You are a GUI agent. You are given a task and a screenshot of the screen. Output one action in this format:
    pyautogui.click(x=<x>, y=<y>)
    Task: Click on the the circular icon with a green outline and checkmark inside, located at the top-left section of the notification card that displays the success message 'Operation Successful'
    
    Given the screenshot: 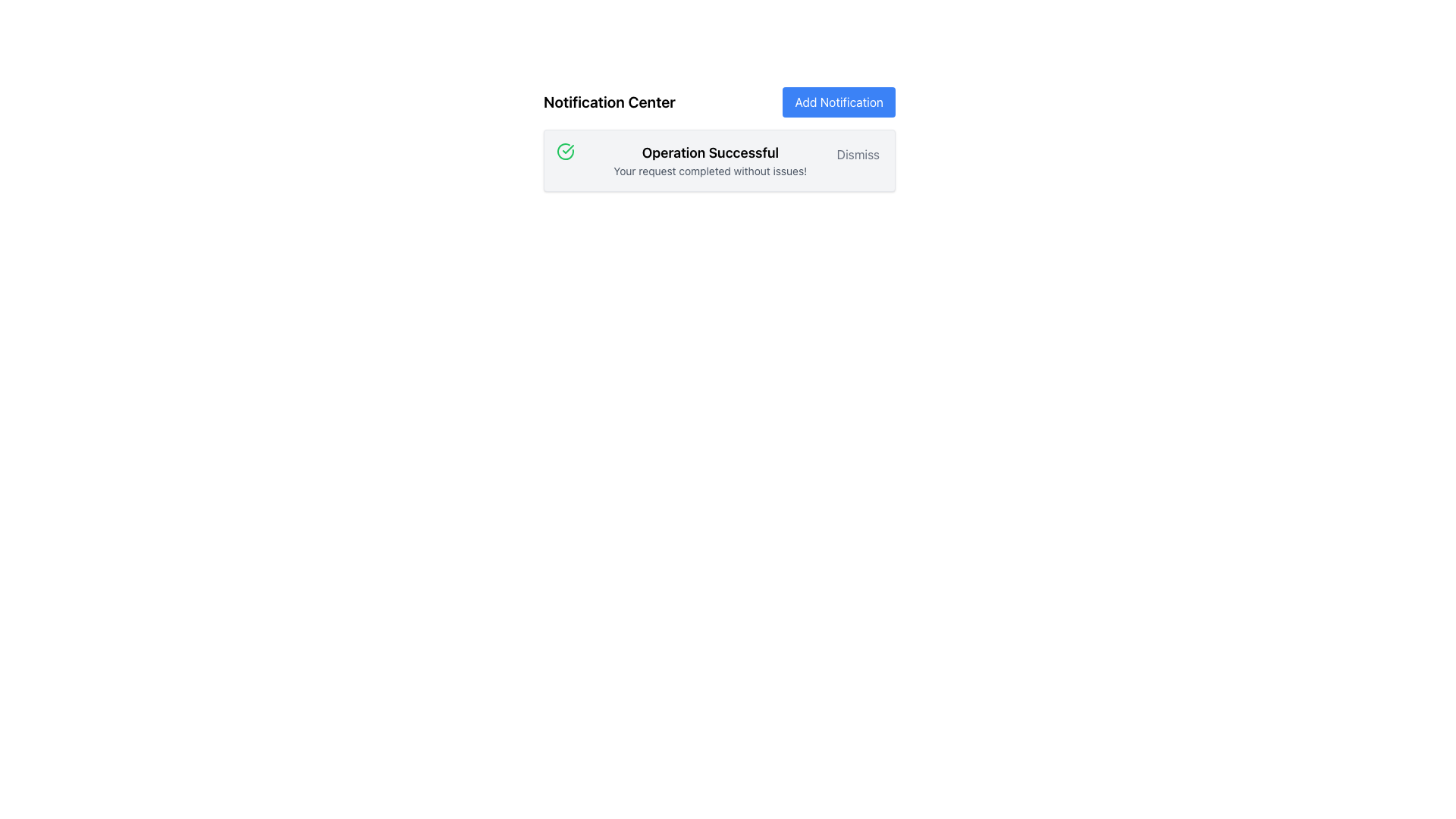 What is the action you would take?
    pyautogui.click(x=564, y=152)
    